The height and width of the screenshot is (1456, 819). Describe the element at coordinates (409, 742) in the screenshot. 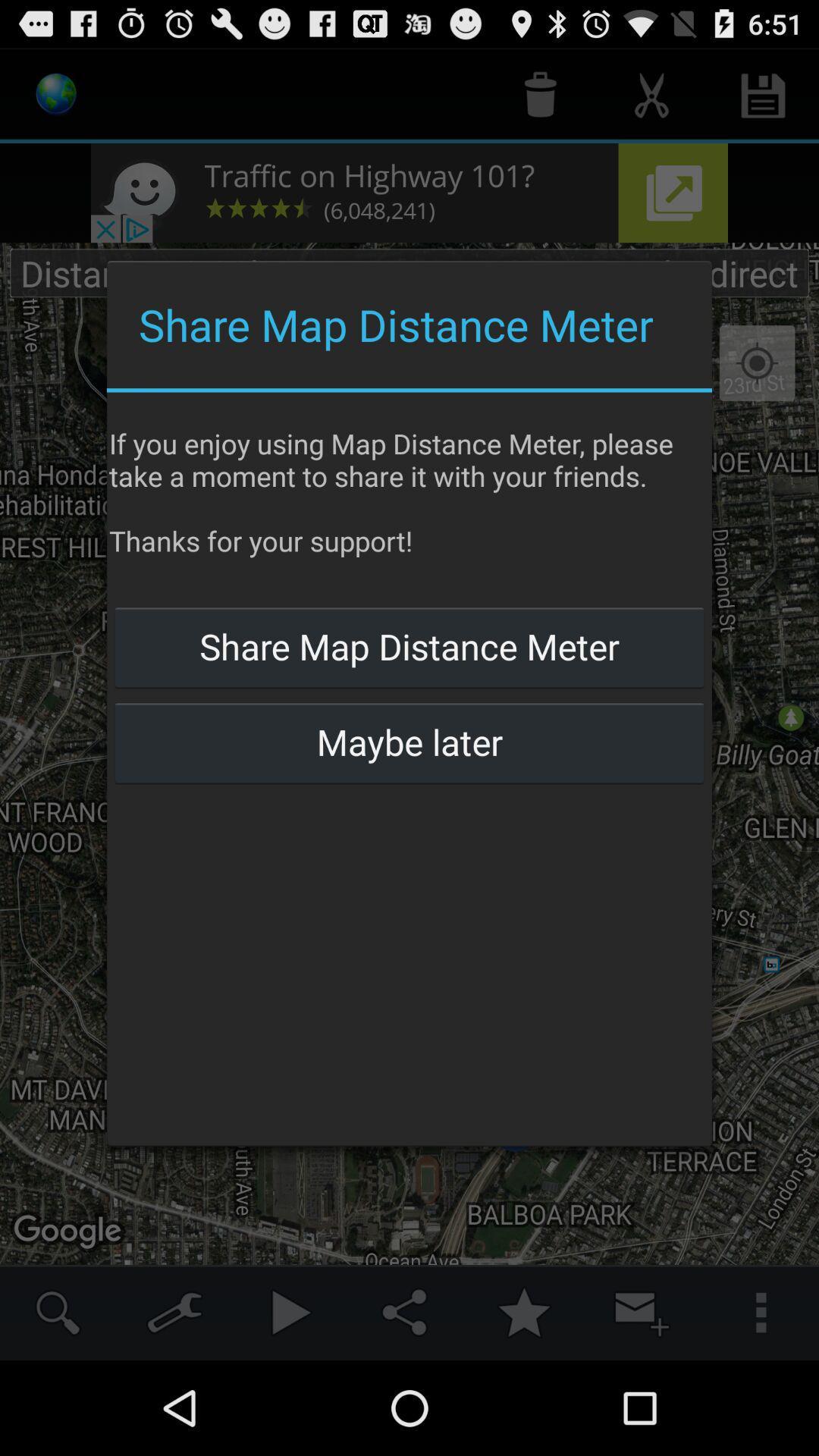

I see `icon below the share map distance button` at that location.